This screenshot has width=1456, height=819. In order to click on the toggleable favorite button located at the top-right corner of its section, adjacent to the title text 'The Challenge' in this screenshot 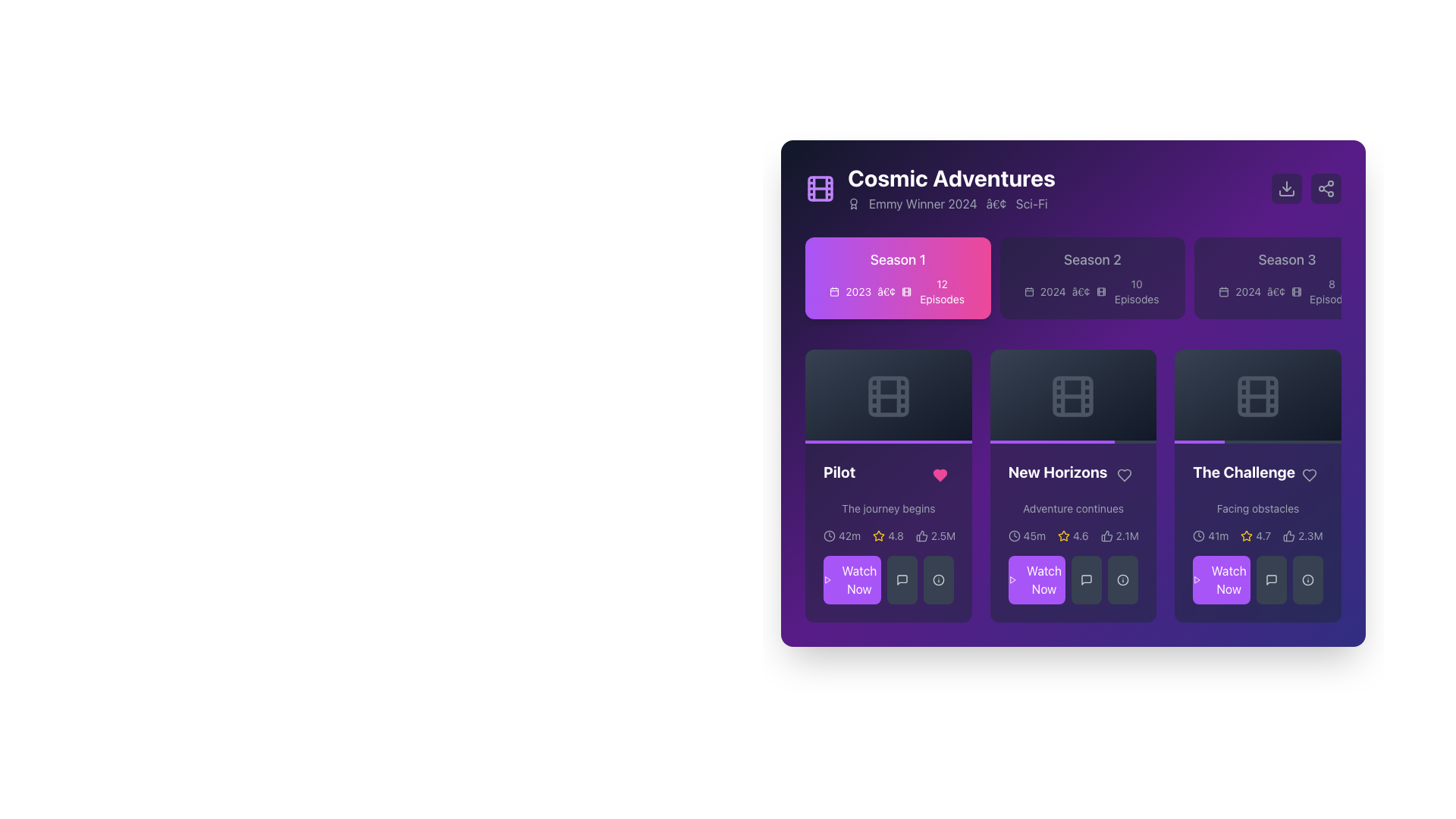, I will do `click(1309, 473)`.